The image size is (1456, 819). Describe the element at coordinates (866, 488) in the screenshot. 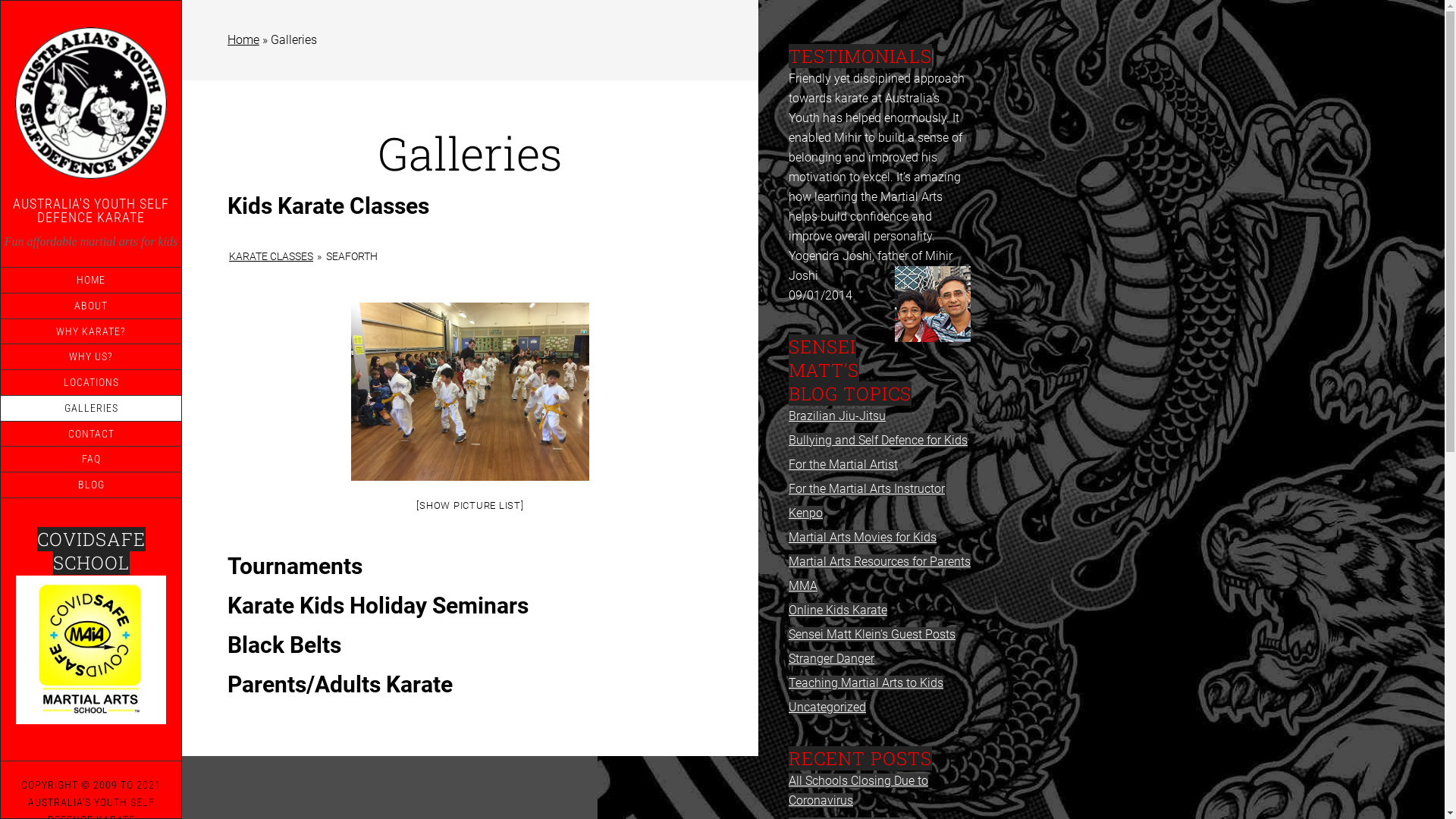

I see `'For the Martial Arts Instructor'` at that location.